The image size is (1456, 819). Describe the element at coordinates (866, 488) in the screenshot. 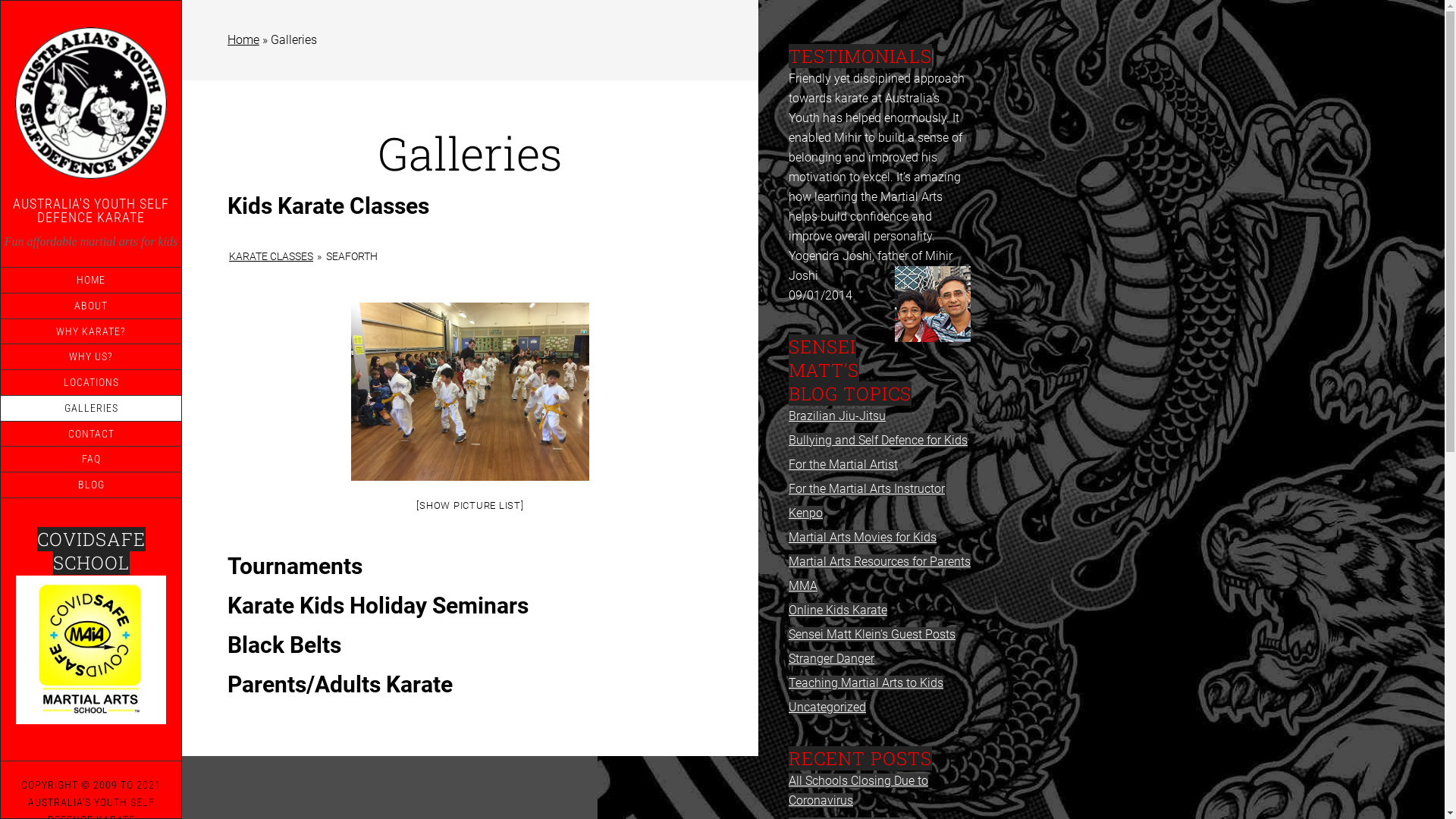

I see `'For the Martial Arts Instructor'` at that location.